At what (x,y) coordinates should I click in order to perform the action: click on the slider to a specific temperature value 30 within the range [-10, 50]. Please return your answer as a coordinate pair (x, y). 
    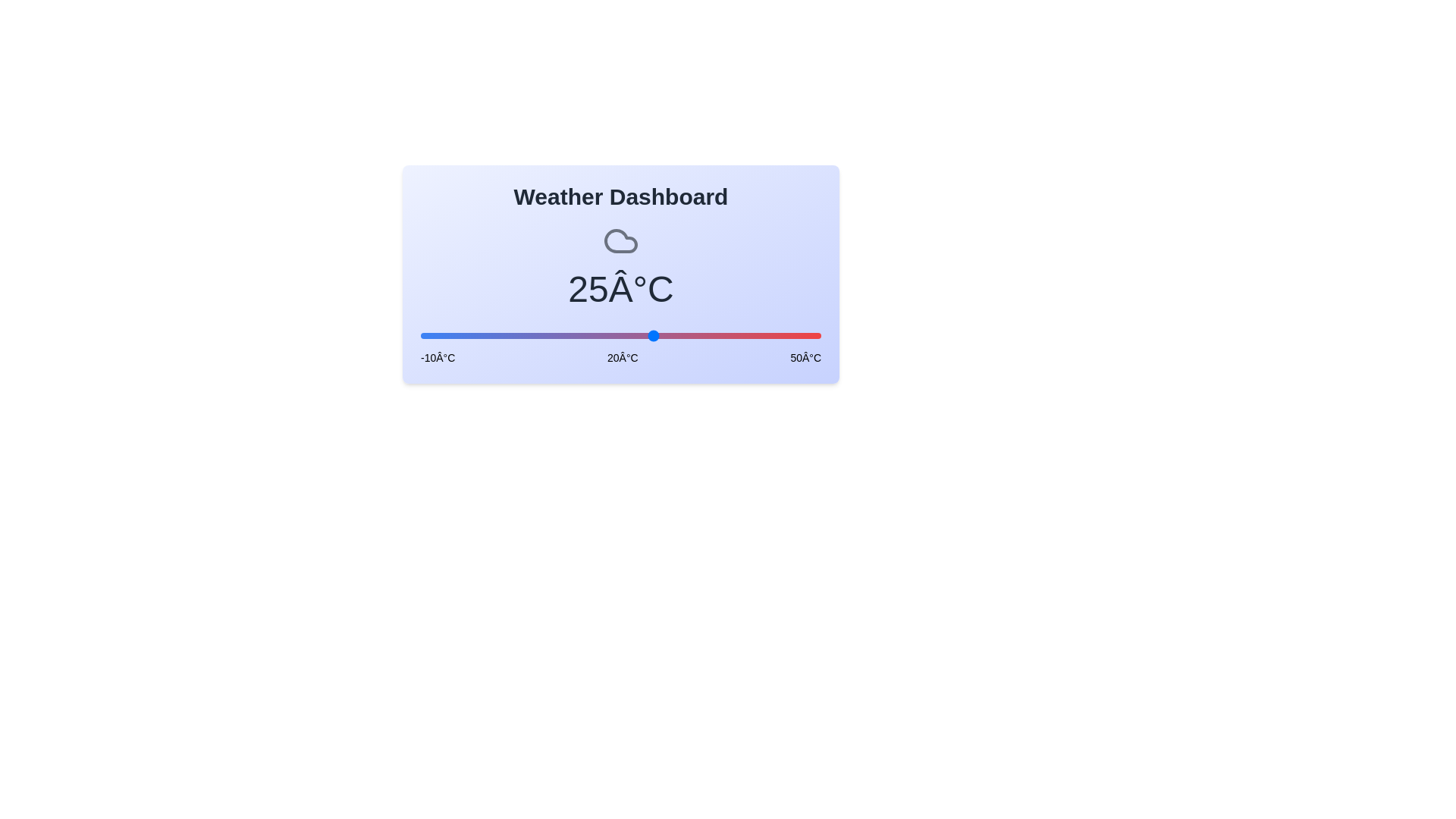
    Looking at the image, I should click on (687, 335).